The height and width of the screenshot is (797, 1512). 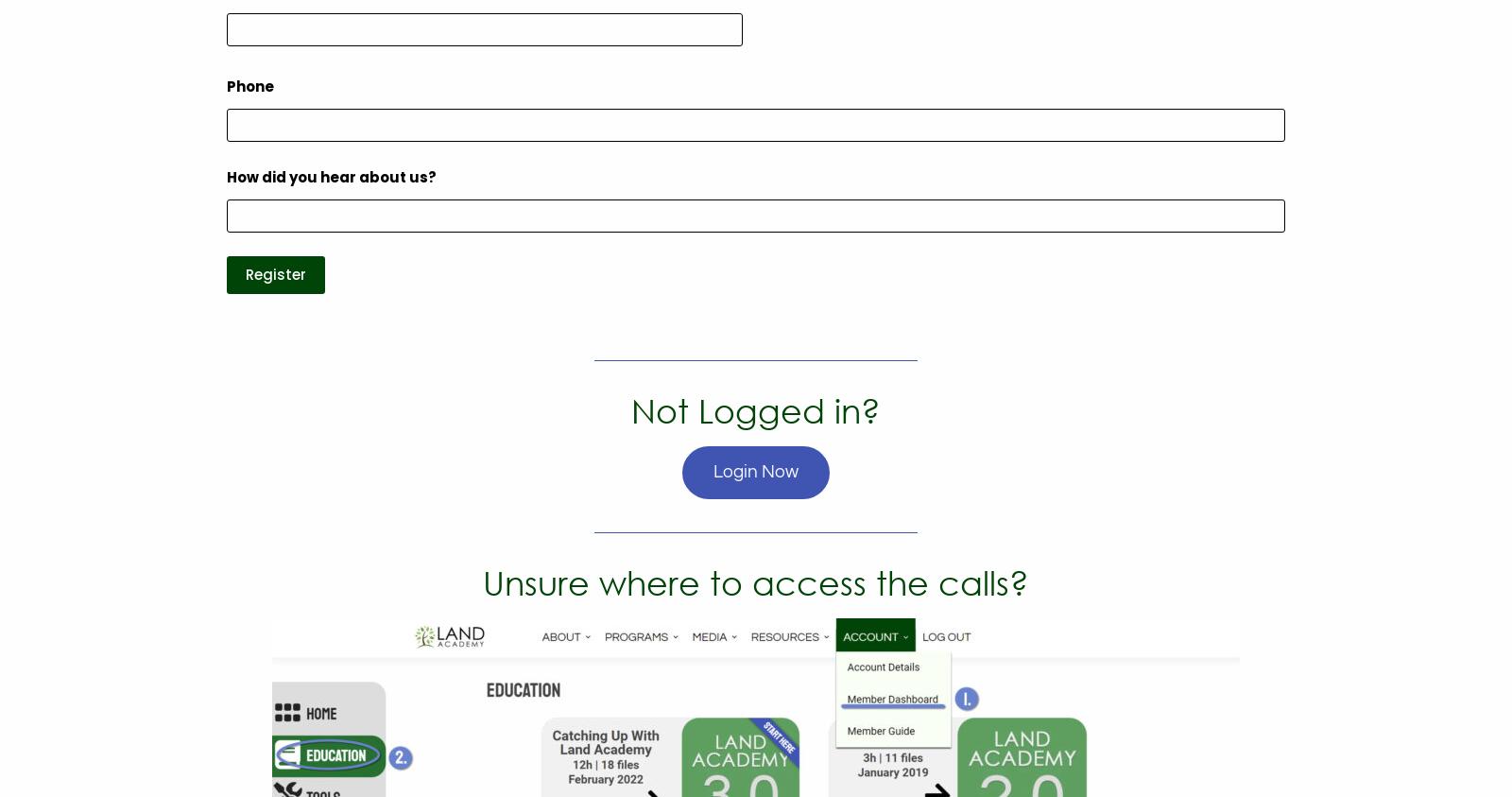 What do you see at coordinates (1066, 273) in the screenshot?
I see `'Privacy Policy'` at bounding box center [1066, 273].